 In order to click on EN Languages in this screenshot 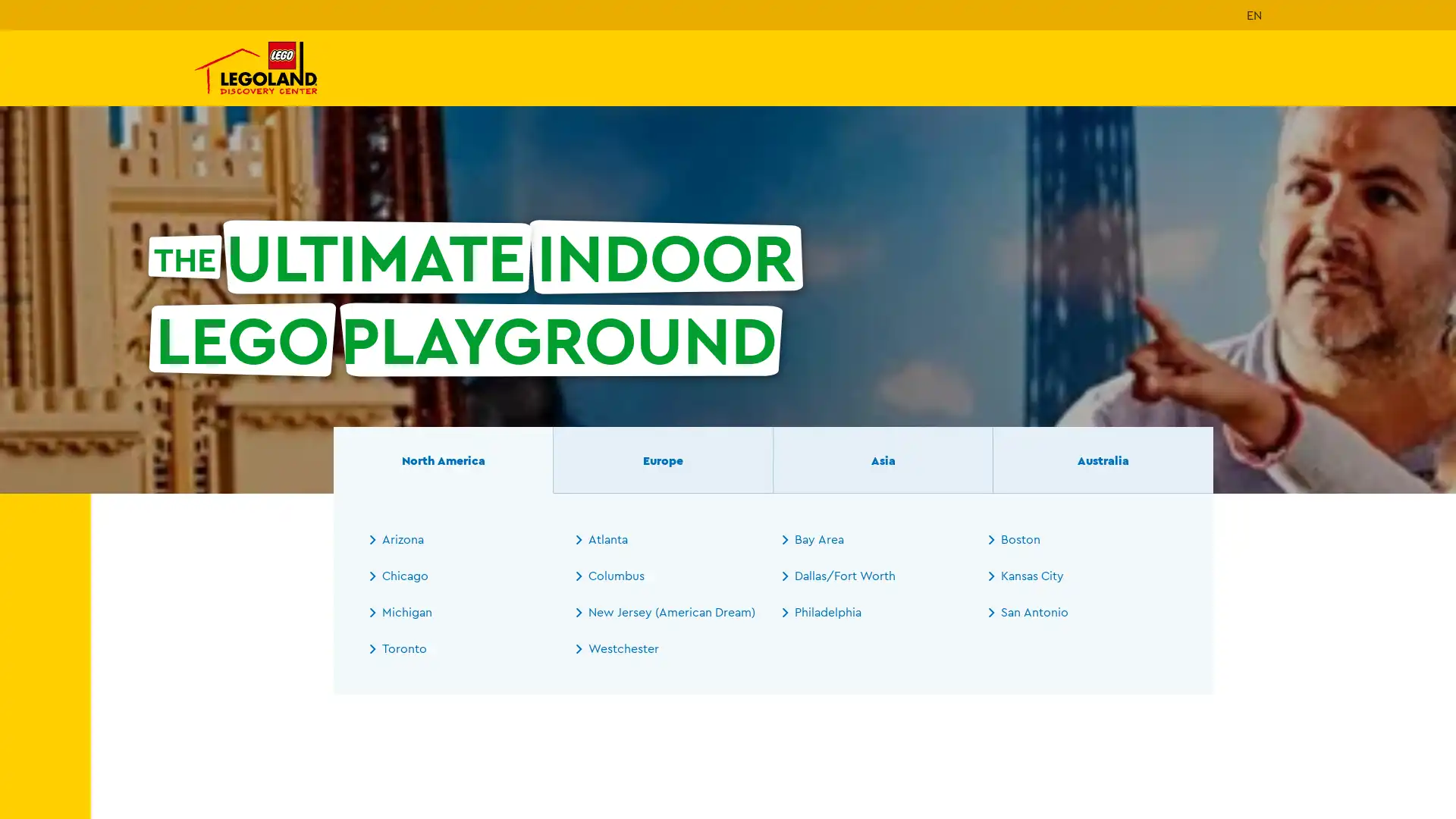, I will do `click(1254, 14)`.